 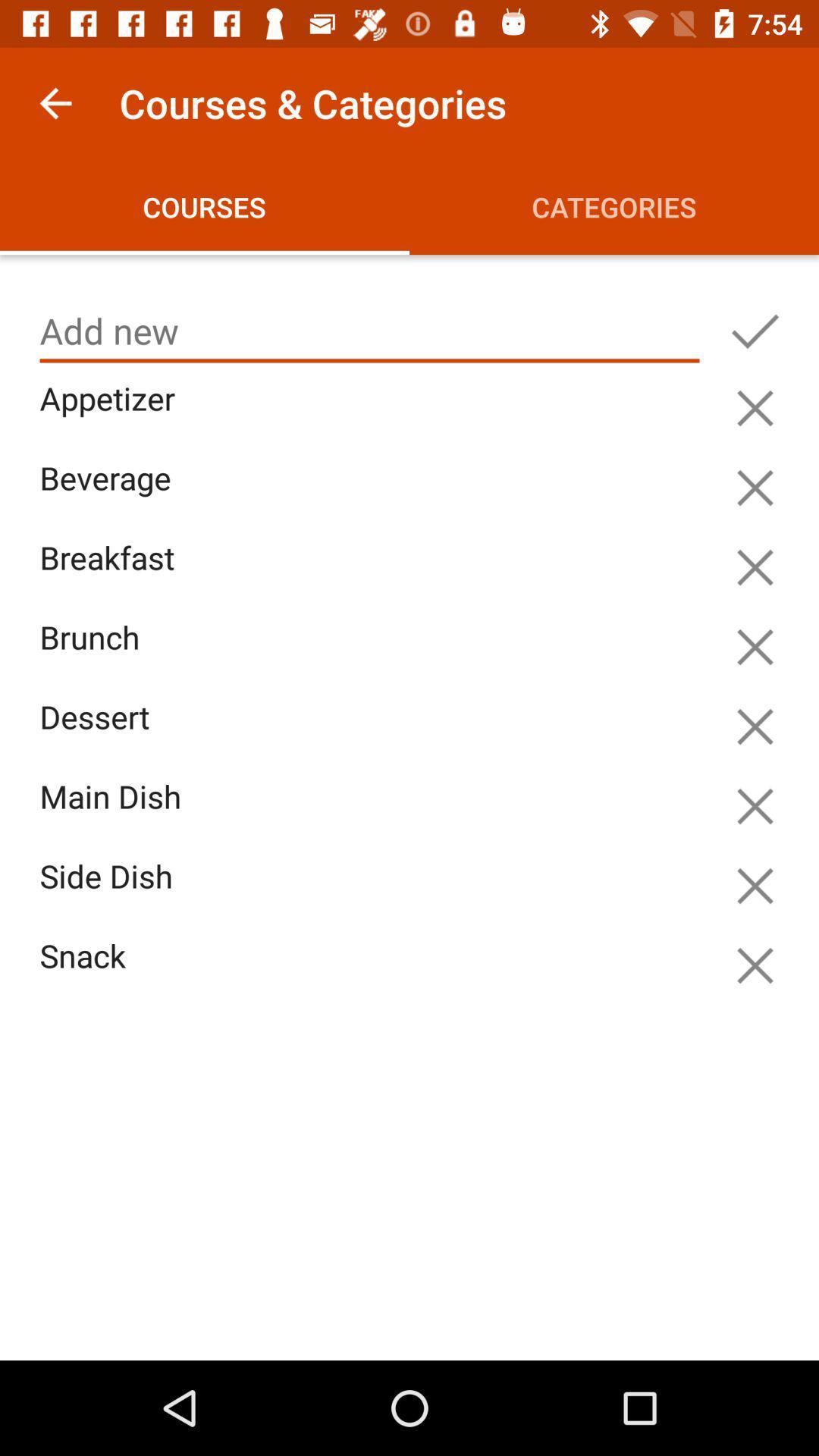 What do you see at coordinates (373, 574) in the screenshot?
I see `breakfast` at bounding box center [373, 574].